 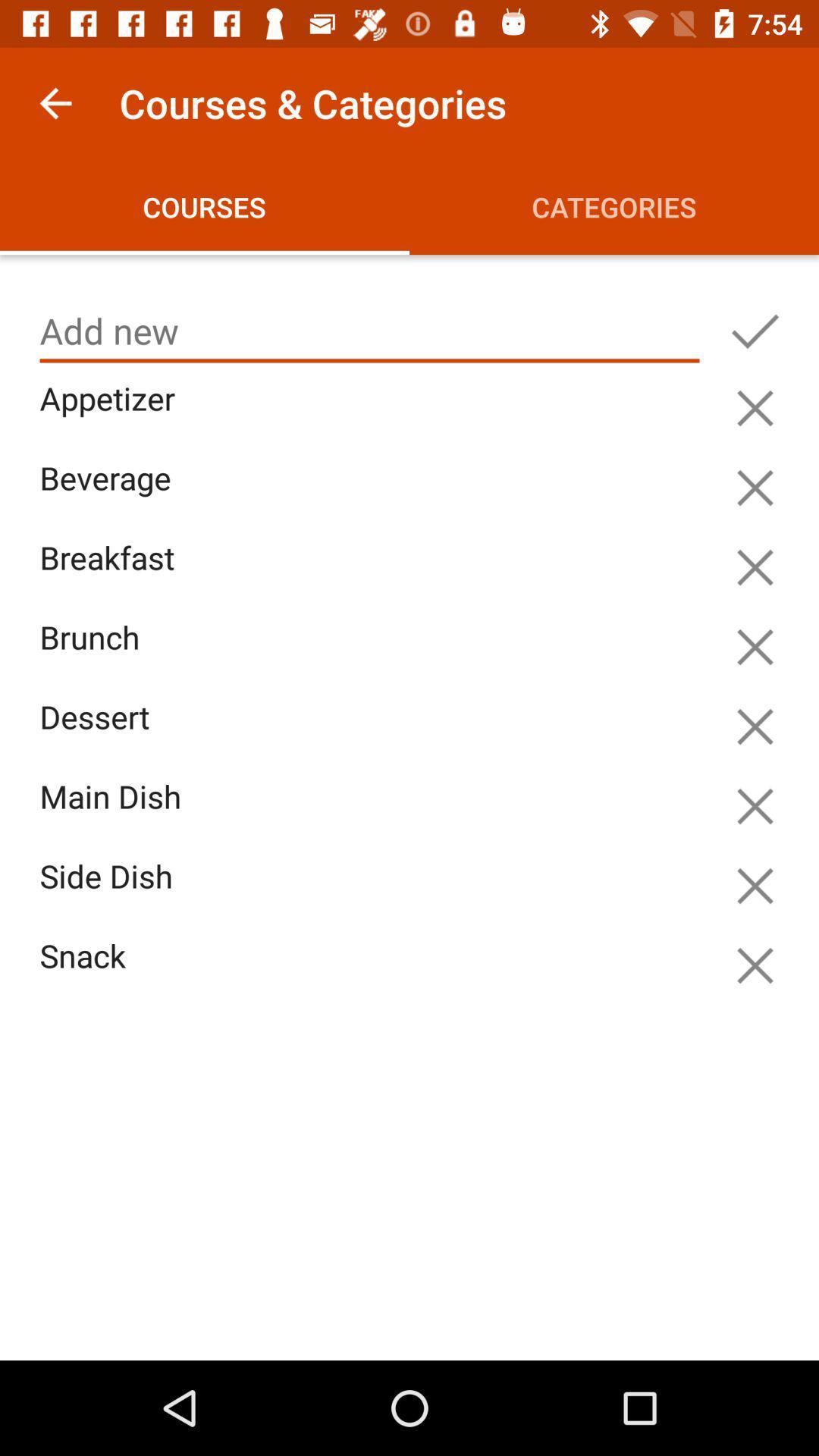 What do you see at coordinates (373, 574) in the screenshot?
I see `breakfast` at bounding box center [373, 574].